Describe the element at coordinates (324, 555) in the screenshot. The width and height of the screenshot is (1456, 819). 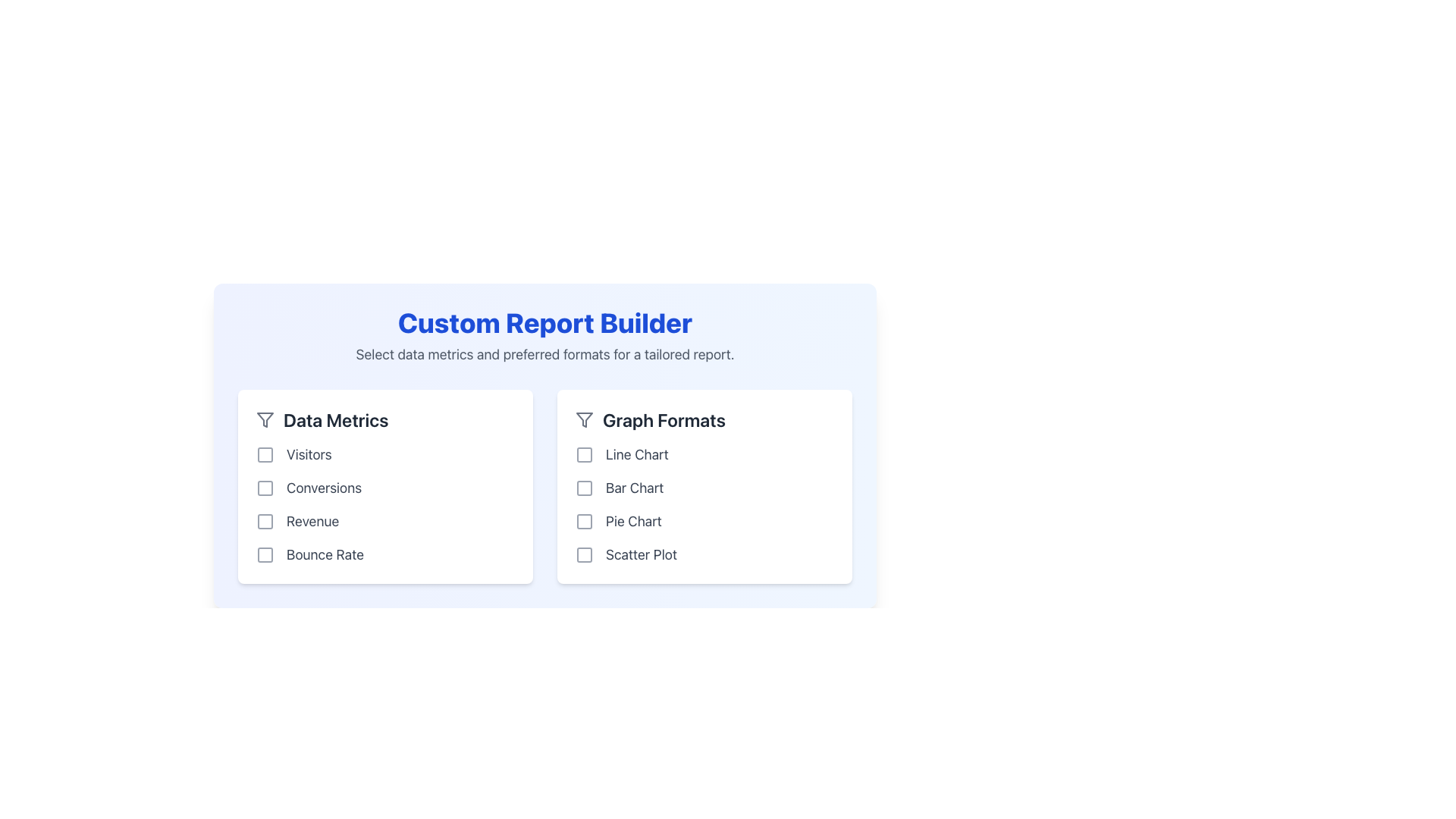
I see `the 'Bounce Rate' text label, which identifies the corresponding checkbox option in the 'Data Metrics' list` at that location.